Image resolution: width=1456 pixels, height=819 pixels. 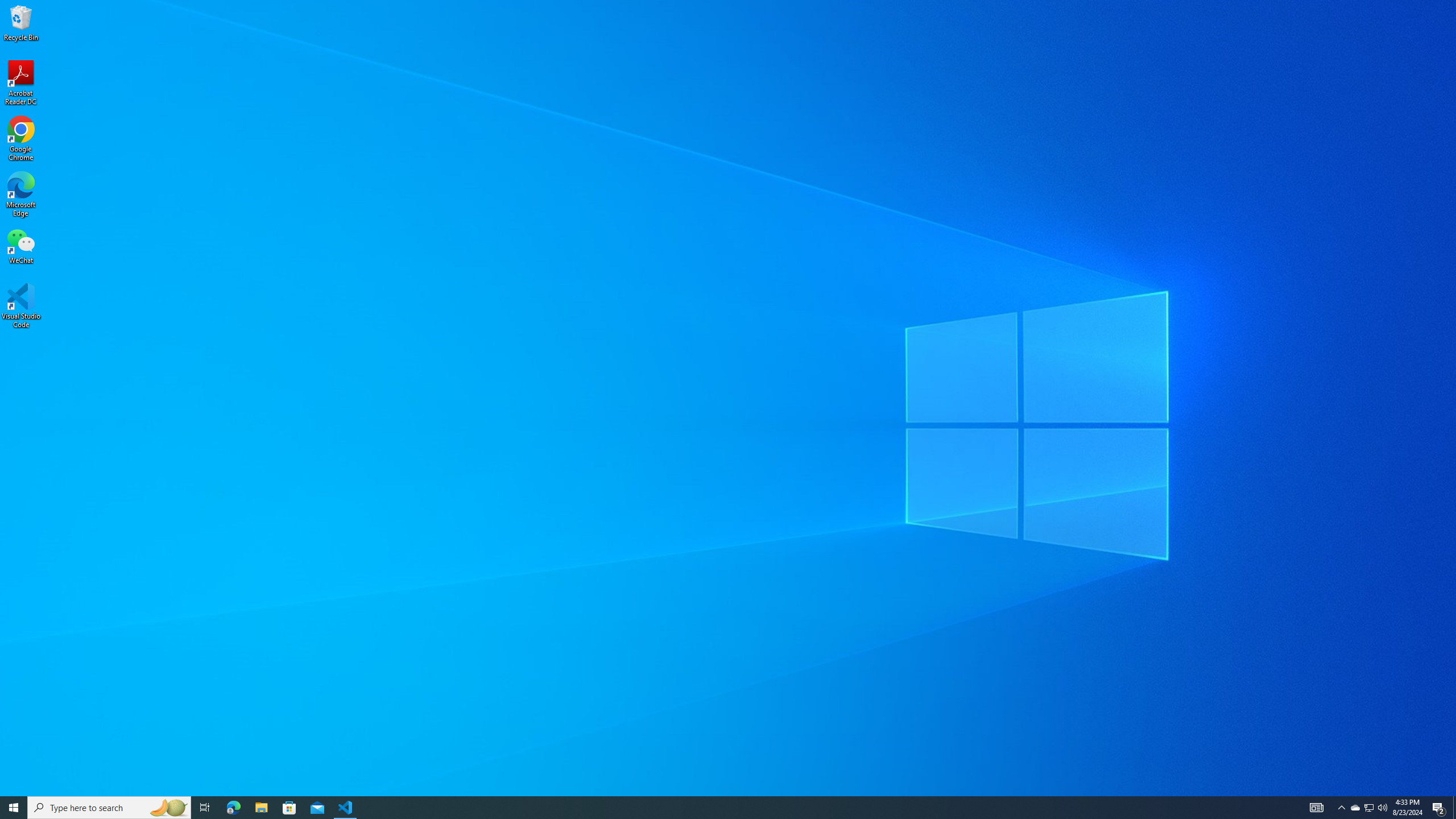 I want to click on 'Google Chrome', so click(x=20, y=139).